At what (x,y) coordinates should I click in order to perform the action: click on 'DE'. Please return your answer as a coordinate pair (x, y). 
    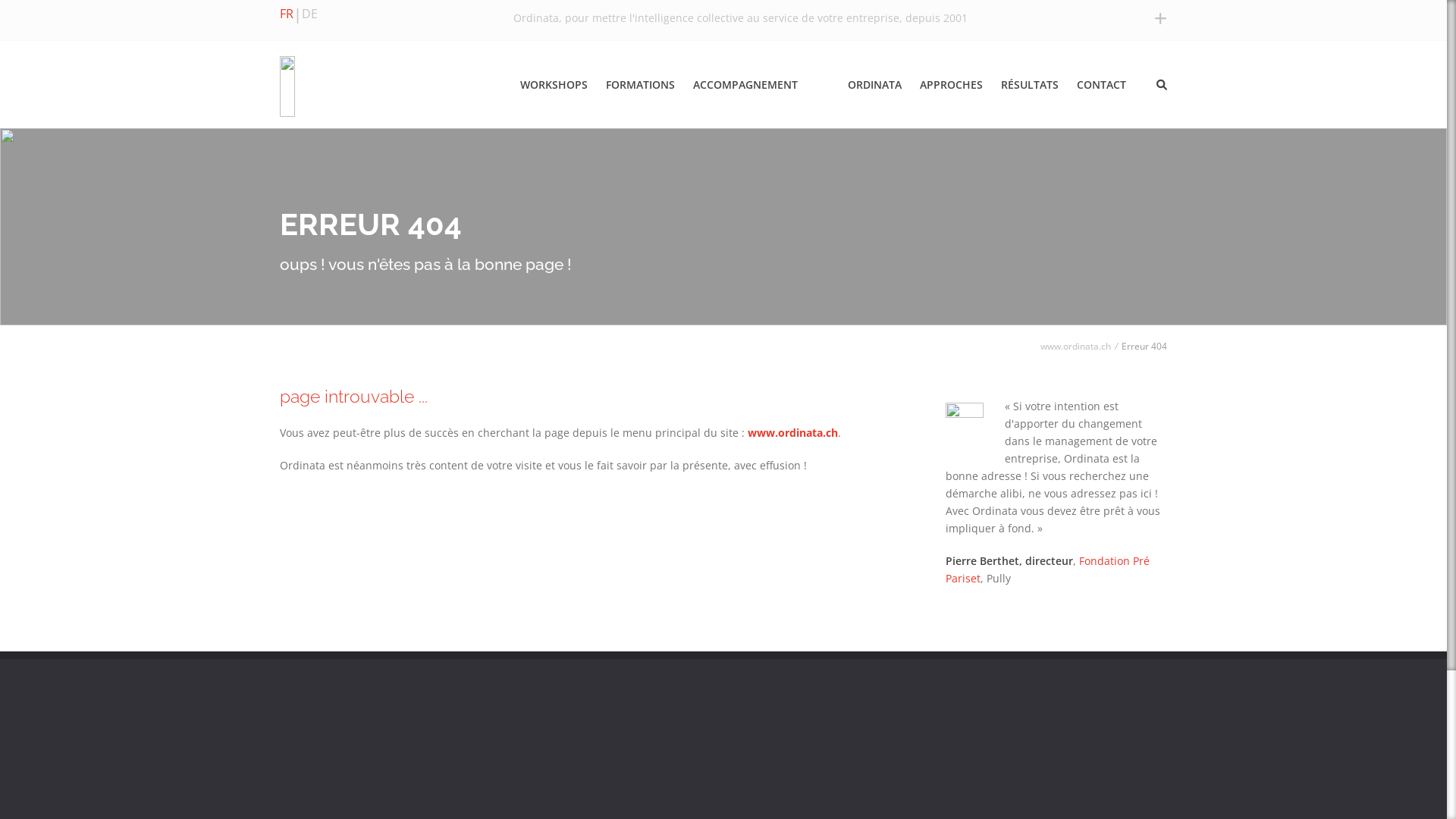
    Looking at the image, I should click on (309, 14).